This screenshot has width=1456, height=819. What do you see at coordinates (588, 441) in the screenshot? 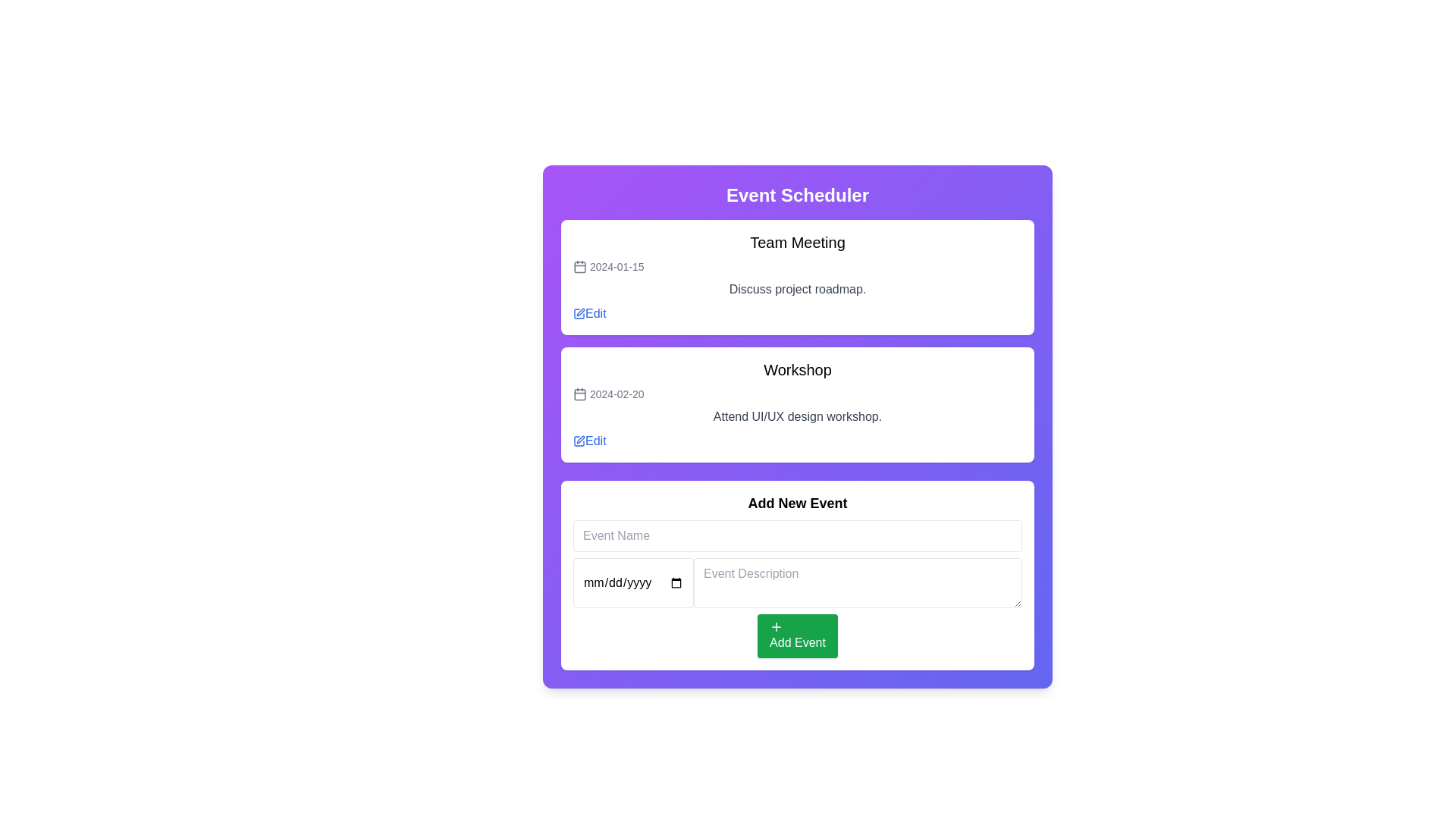
I see `the small blue link labeled 'Edit' next to the date '2024-02-20' to initiate editing of the 'Workshop' event` at bounding box center [588, 441].